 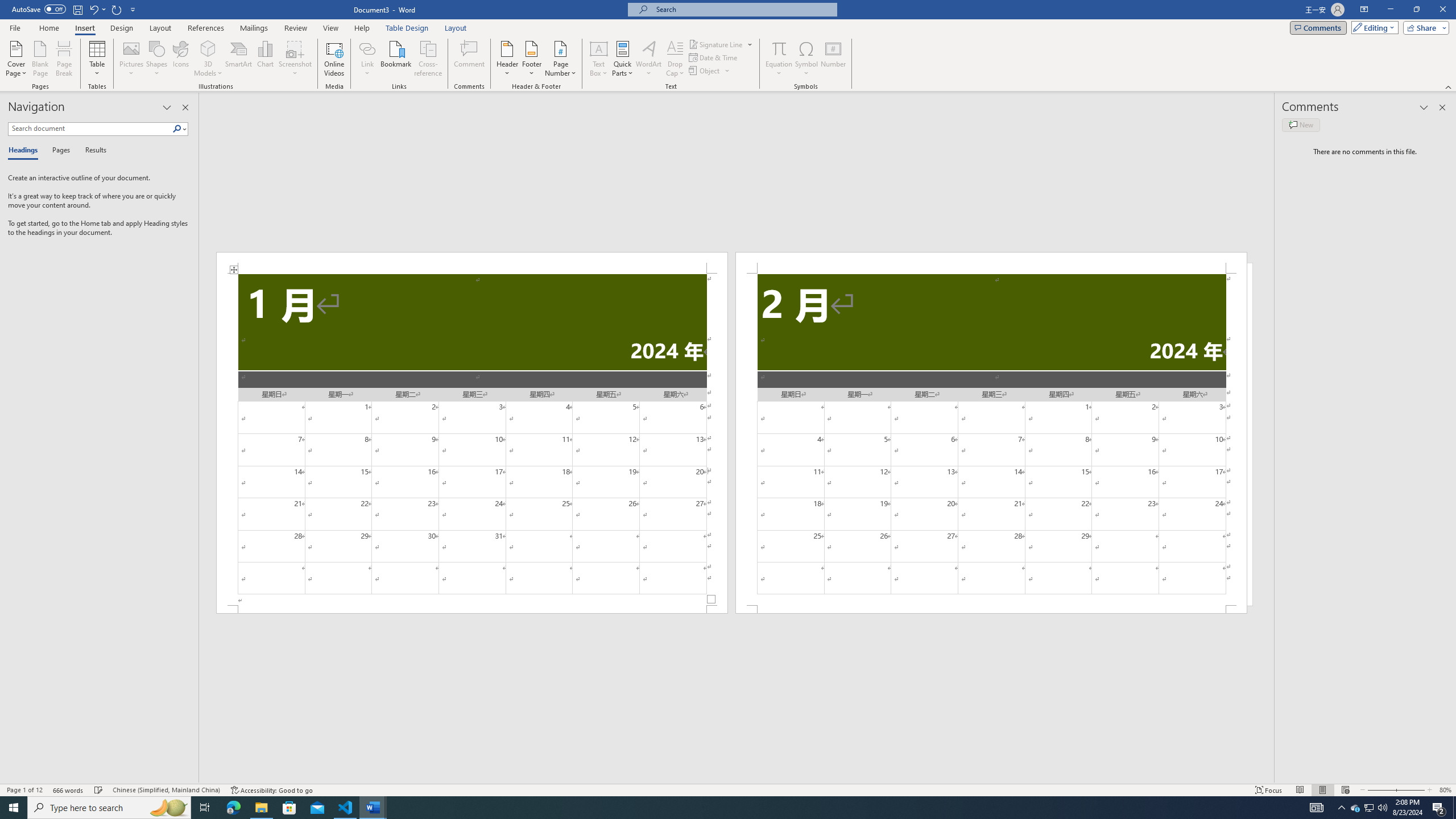 I want to click on 'Drop Cap', so click(x=675, y=59).